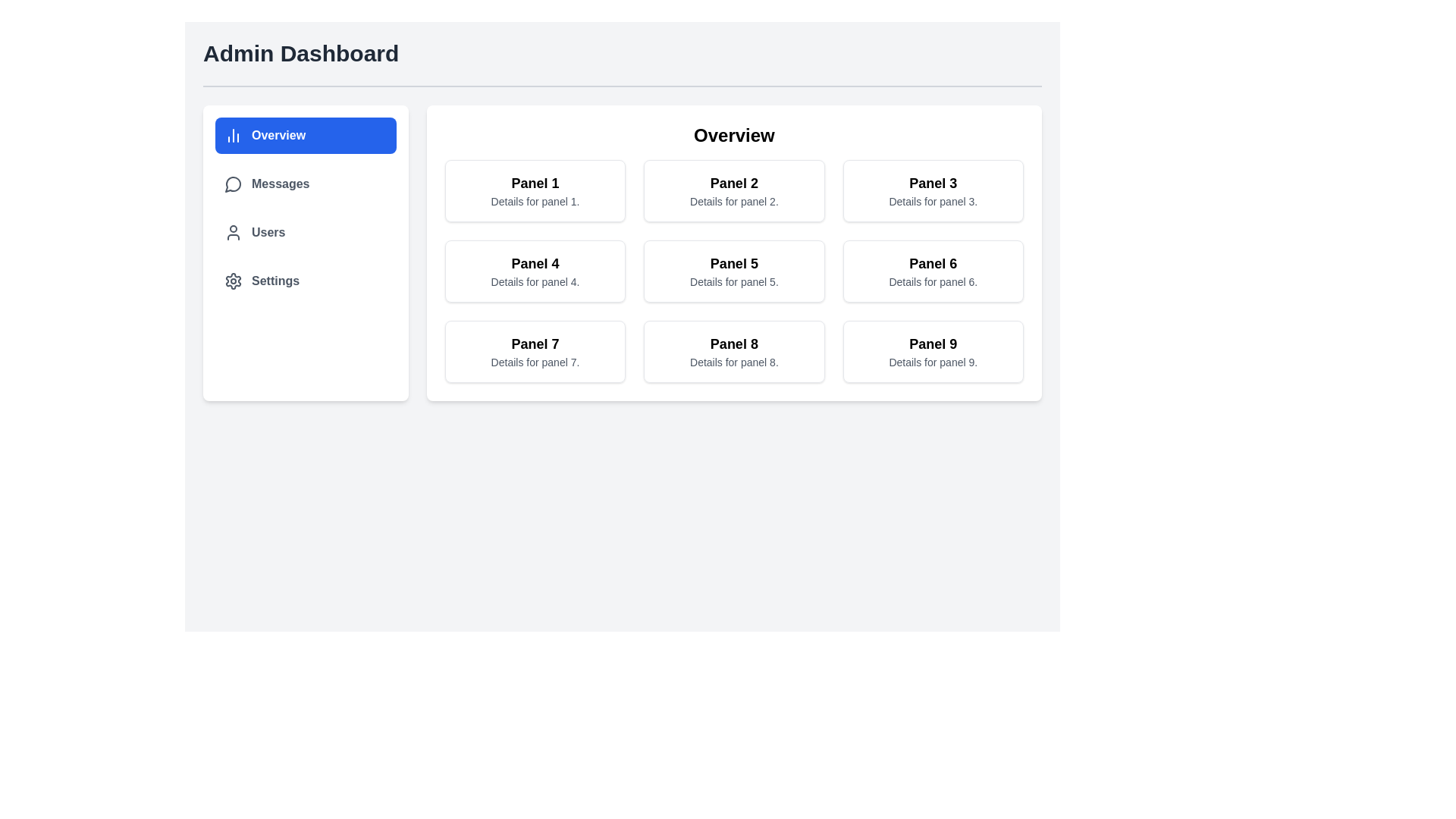 Image resolution: width=1456 pixels, height=819 pixels. What do you see at coordinates (281, 184) in the screenshot?
I see `'Messages' text label located in the sidebar menu, which is the second item below the title 'Overview' and has a gray hover effect, indicating it is clickable` at bounding box center [281, 184].